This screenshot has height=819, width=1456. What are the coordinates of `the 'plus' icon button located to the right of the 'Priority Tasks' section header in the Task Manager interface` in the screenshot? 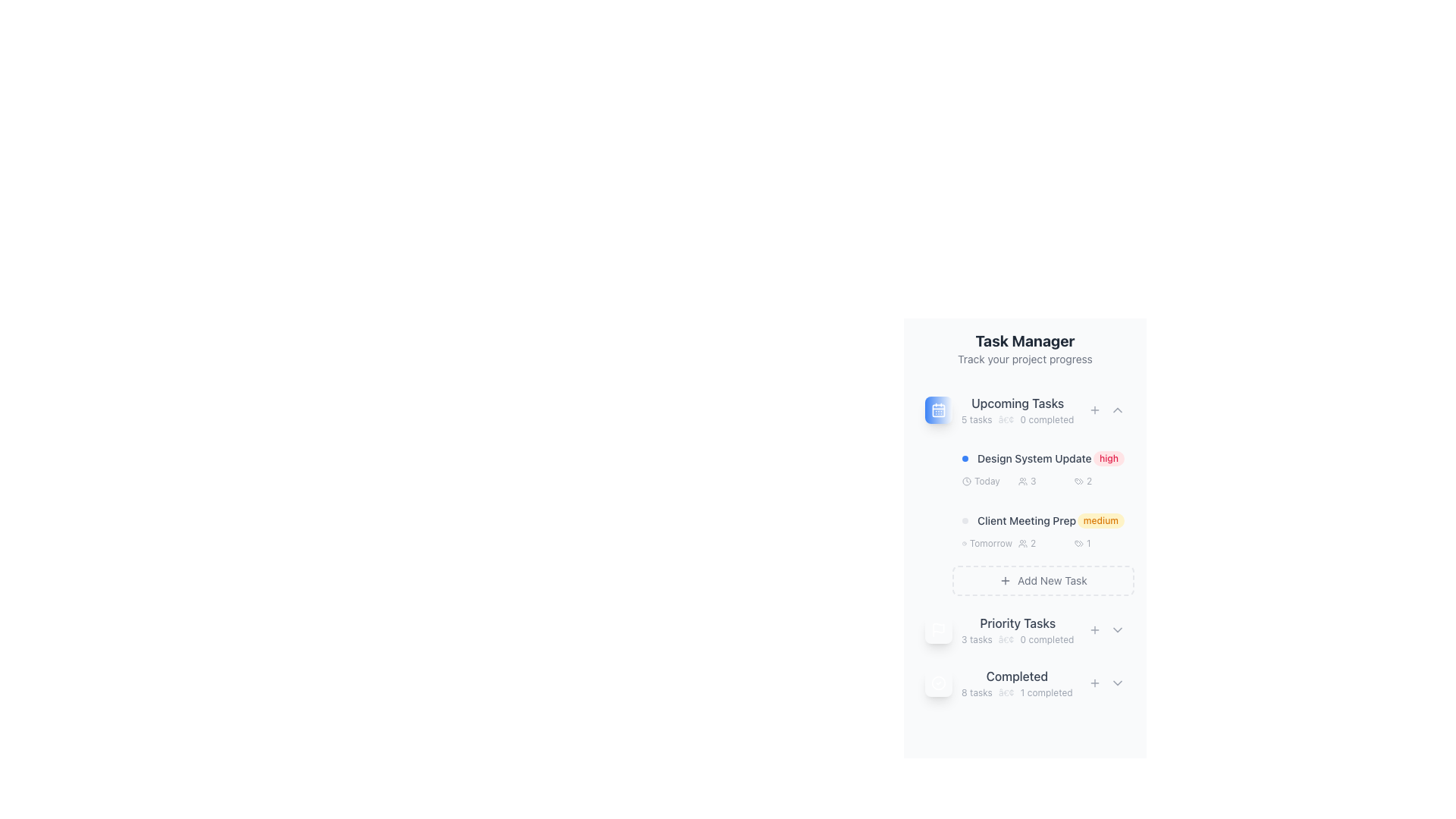 It's located at (1095, 629).